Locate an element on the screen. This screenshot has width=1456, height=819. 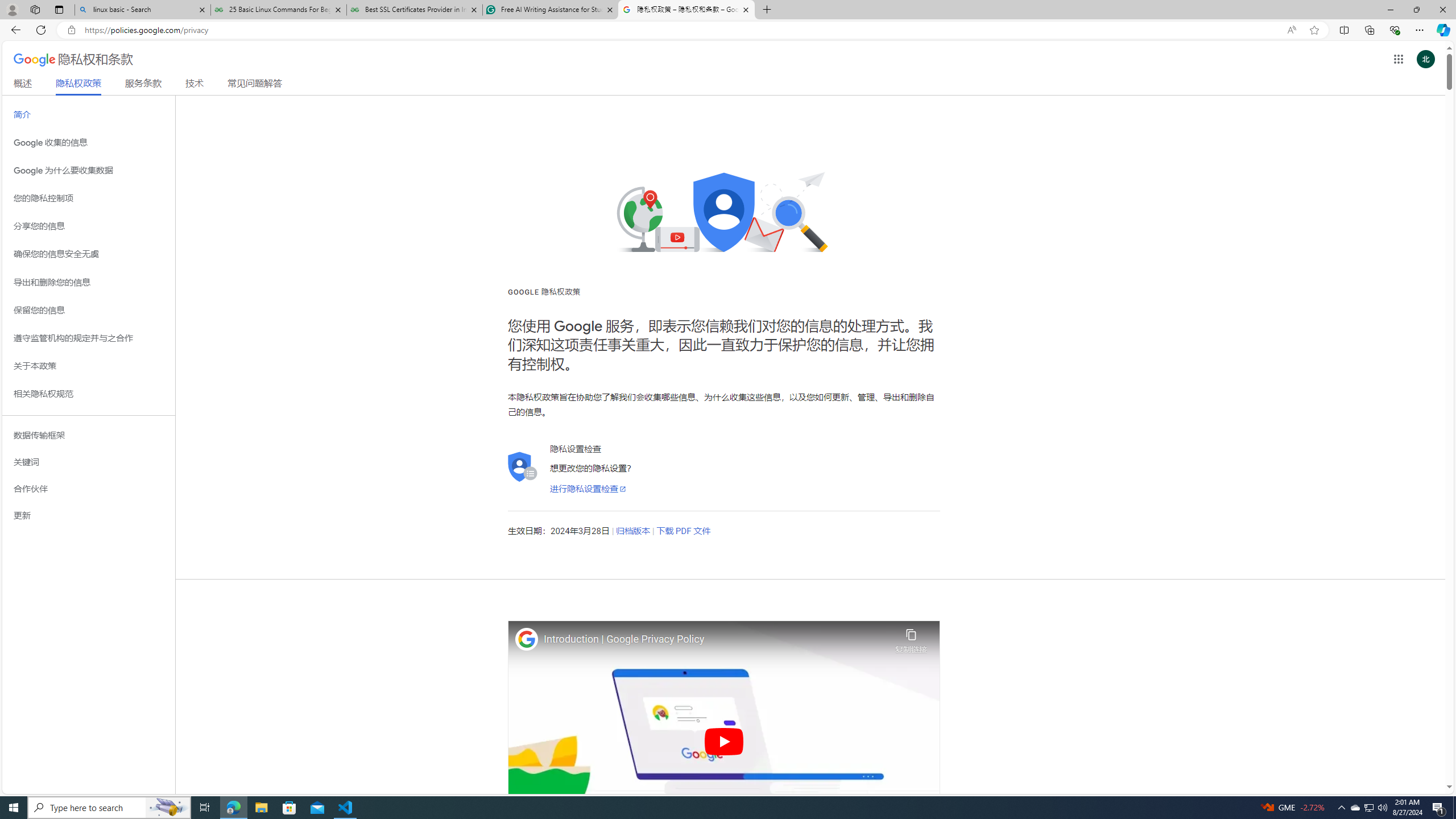
'Best SSL Certificates Provider in India - GeeksforGeeks' is located at coordinates (415, 9).